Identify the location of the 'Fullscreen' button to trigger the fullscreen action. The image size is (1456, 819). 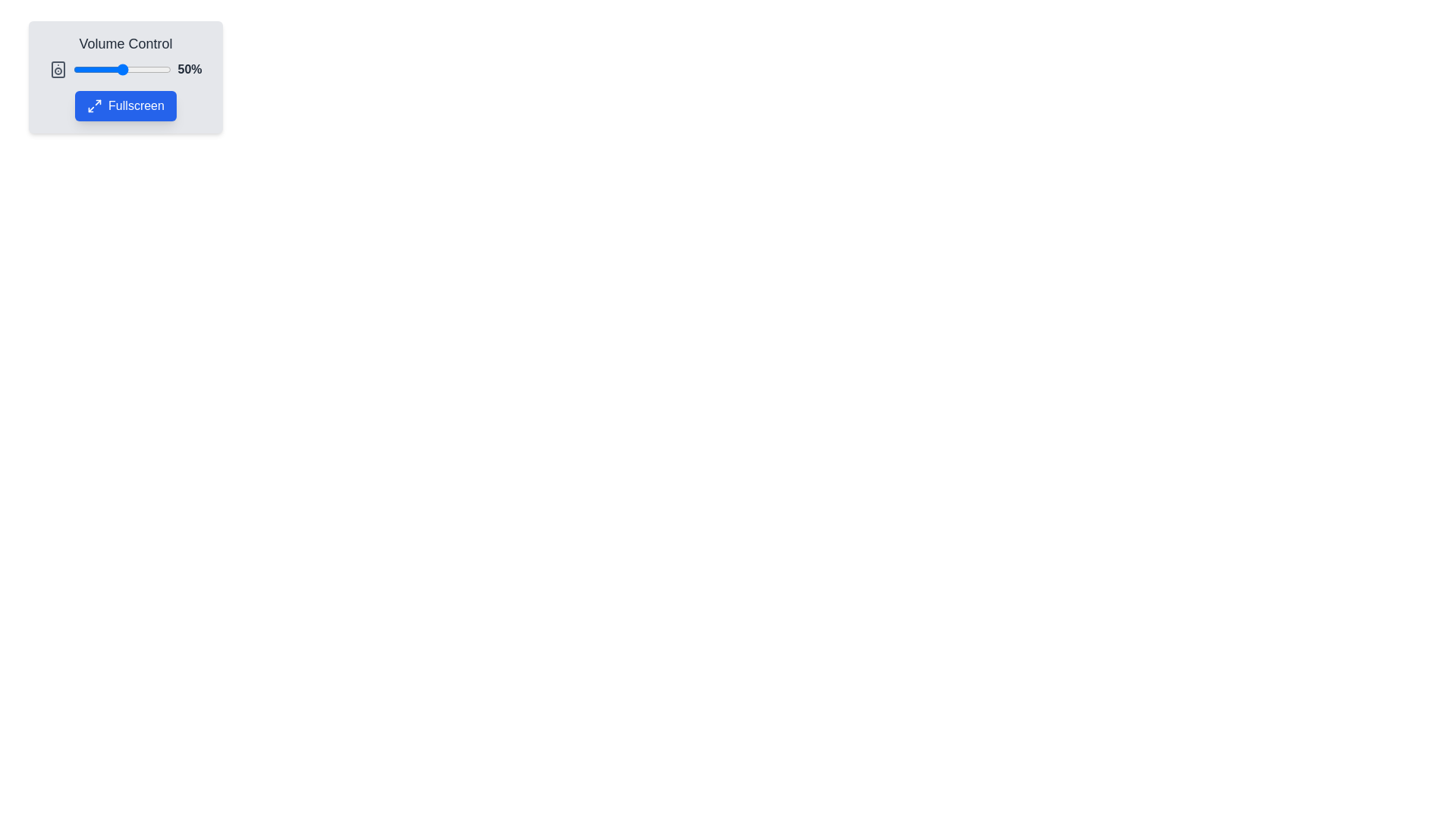
(126, 105).